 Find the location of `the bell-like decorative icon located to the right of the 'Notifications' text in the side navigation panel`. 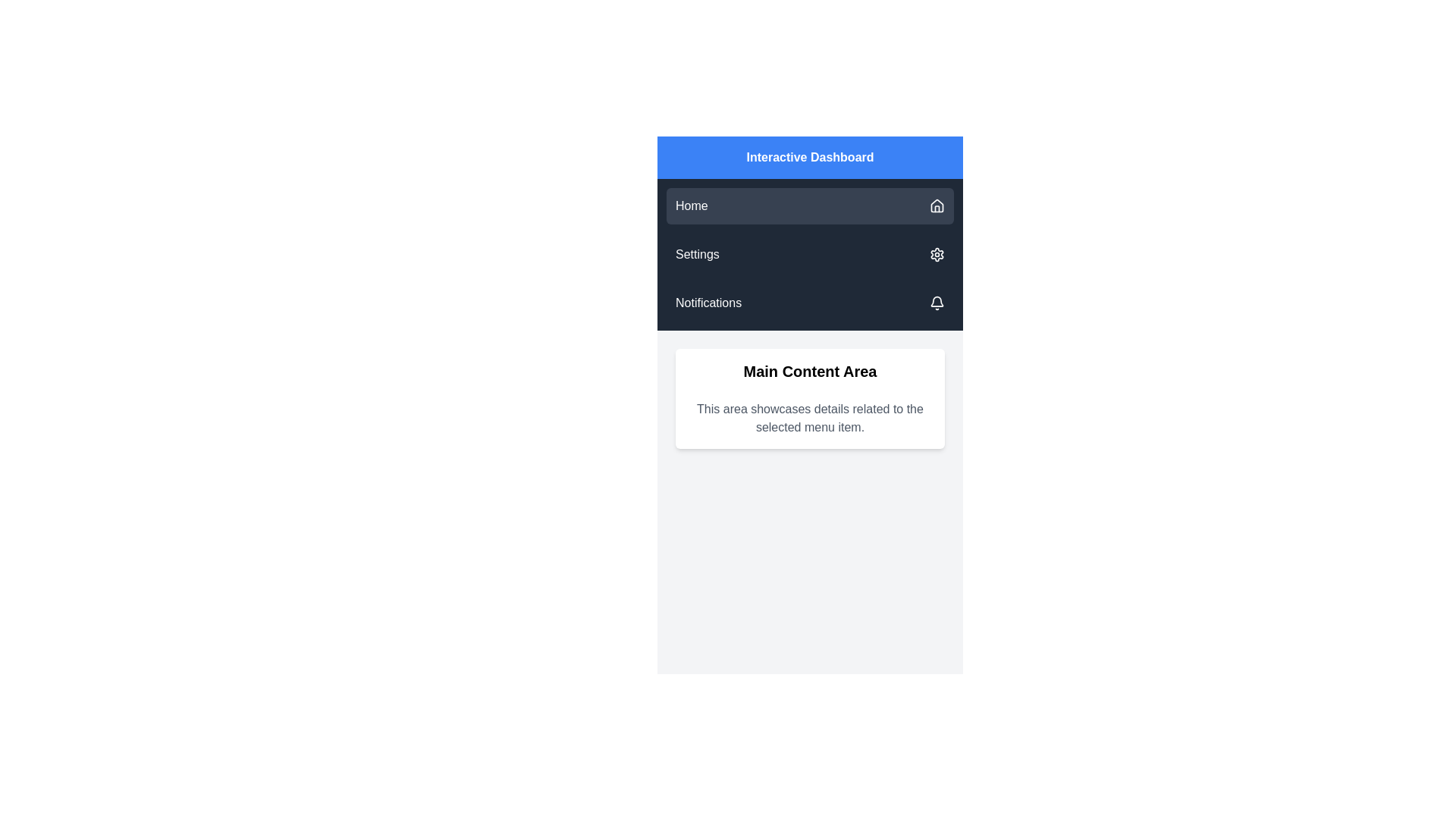

the bell-like decorative icon located to the right of the 'Notifications' text in the side navigation panel is located at coordinates (937, 301).